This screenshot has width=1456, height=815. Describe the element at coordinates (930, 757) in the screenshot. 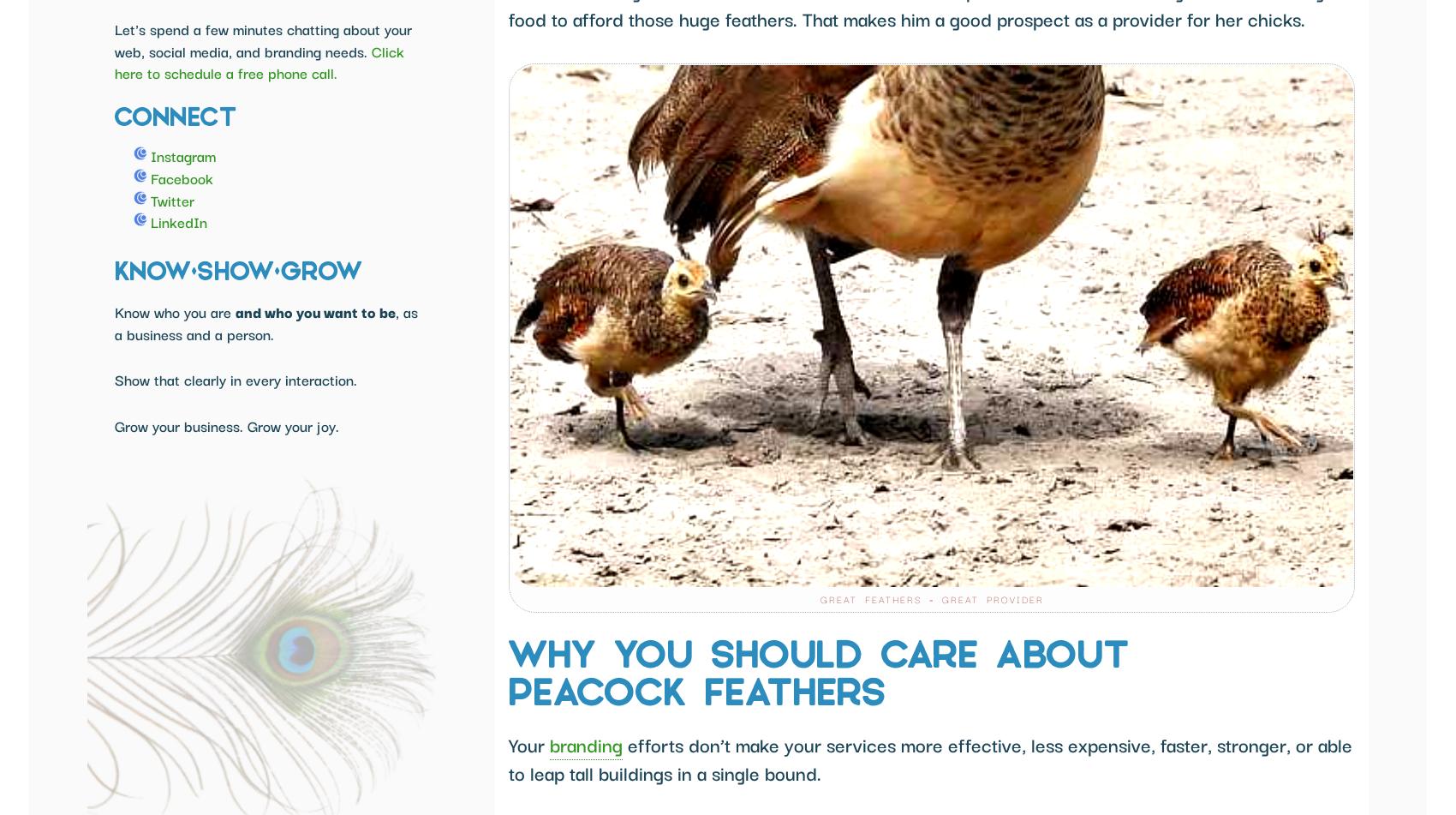

I see `'efforts don’t make your services more effective, less expensive, faster, stronger, or able to leap tall buildings in a single bound.'` at that location.